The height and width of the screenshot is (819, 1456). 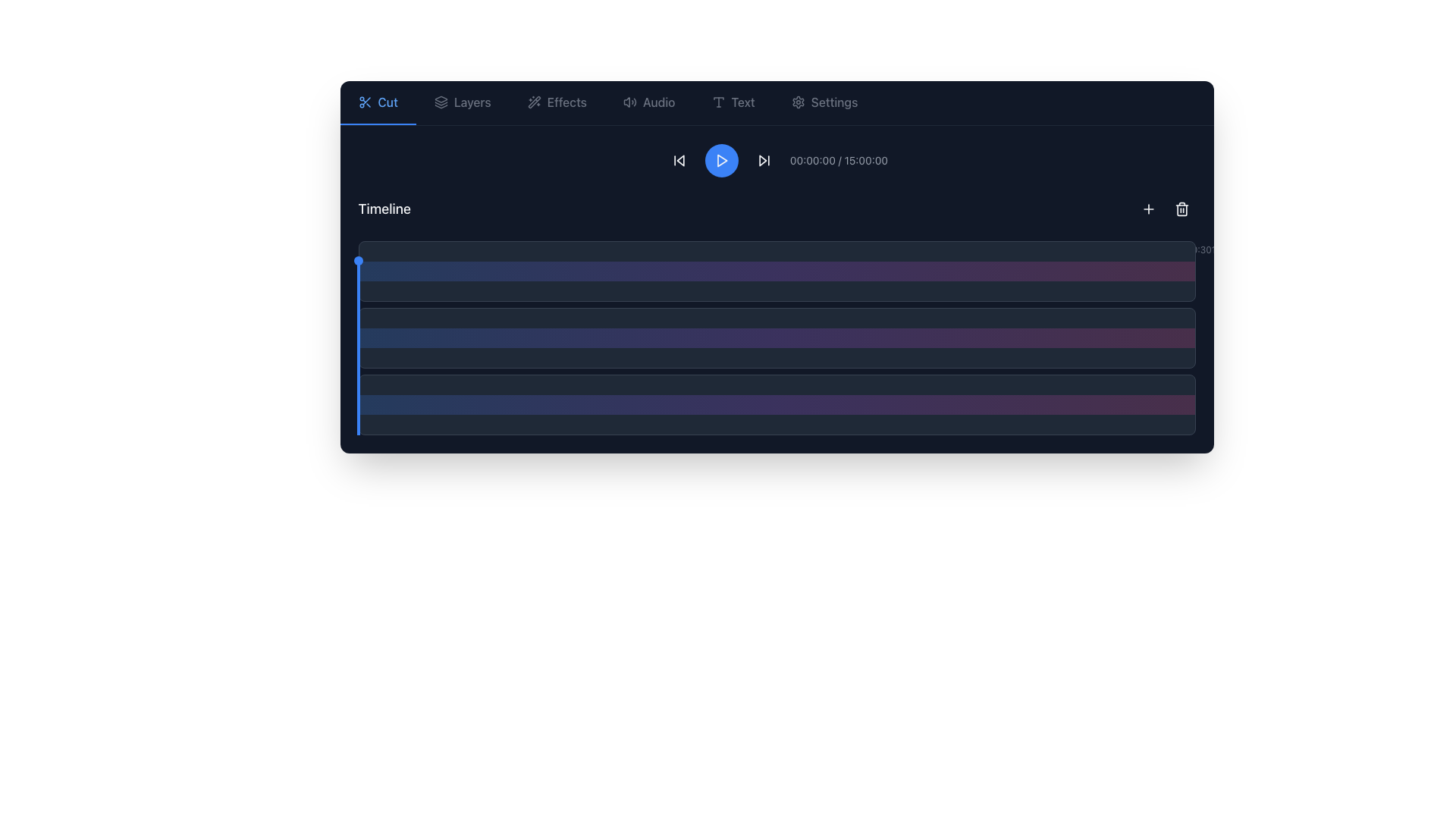 I want to click on the left-pointing triangular 'skip backward' SVG icon located in the media timeline control bar to skip backward in the media timeline, so click(x=679, y=161).